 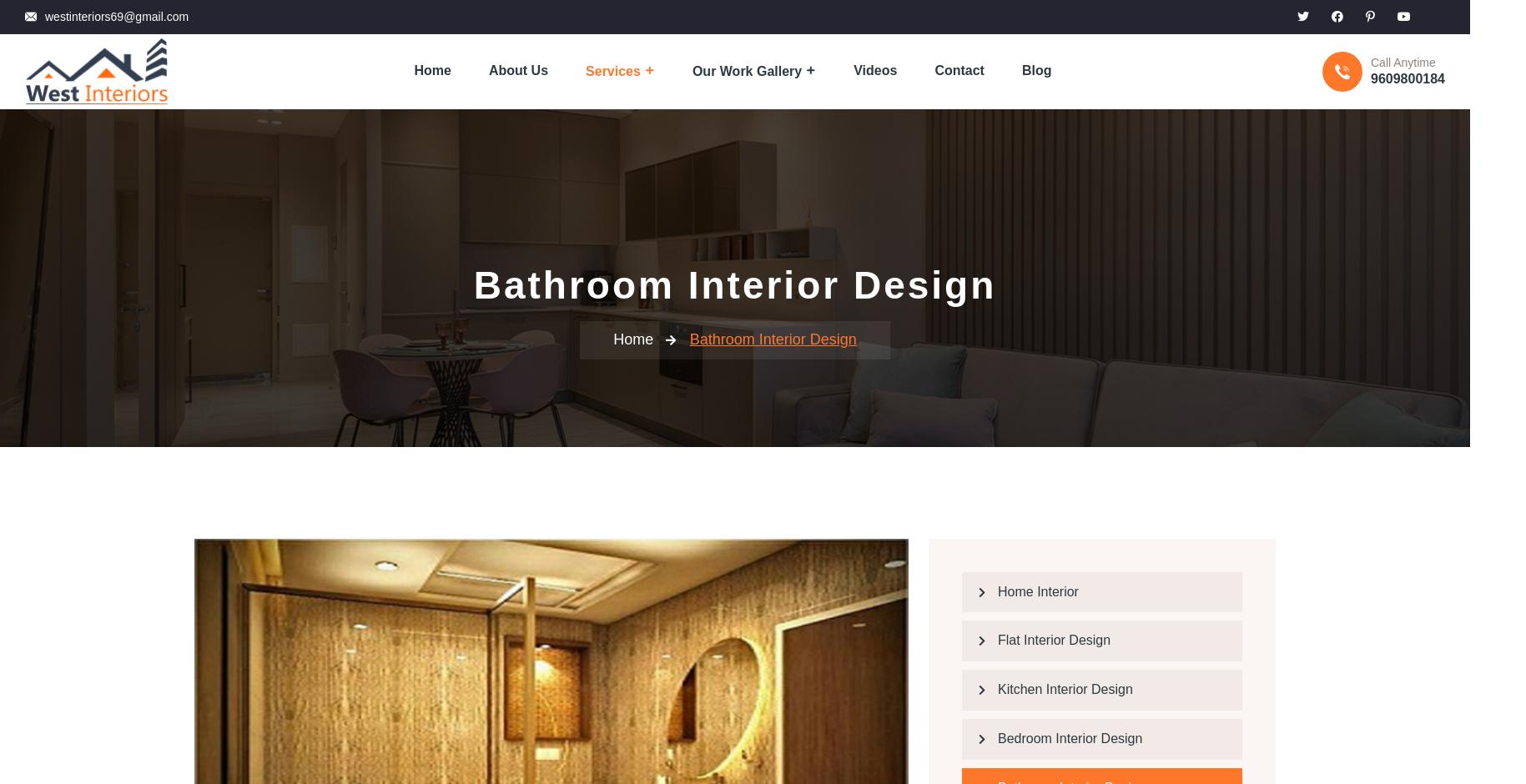 I want to click on 'Videos', so click(x=852, y=35).